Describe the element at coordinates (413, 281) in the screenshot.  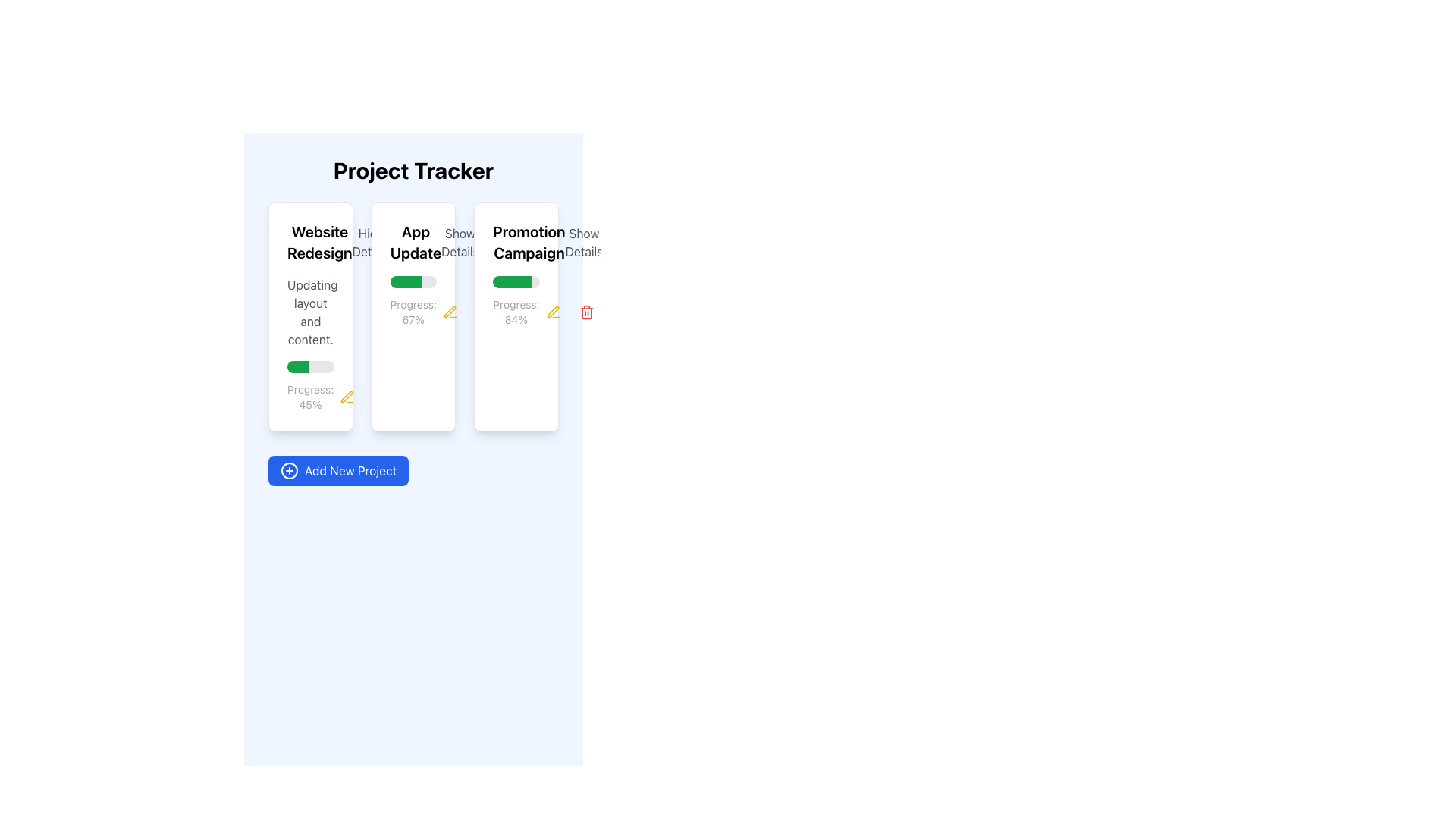
I see `the progress bar that visually represents 67% completion, located within the 'App Update' card under the 'Project Tracker' section, specifically in the middle card` at that location.